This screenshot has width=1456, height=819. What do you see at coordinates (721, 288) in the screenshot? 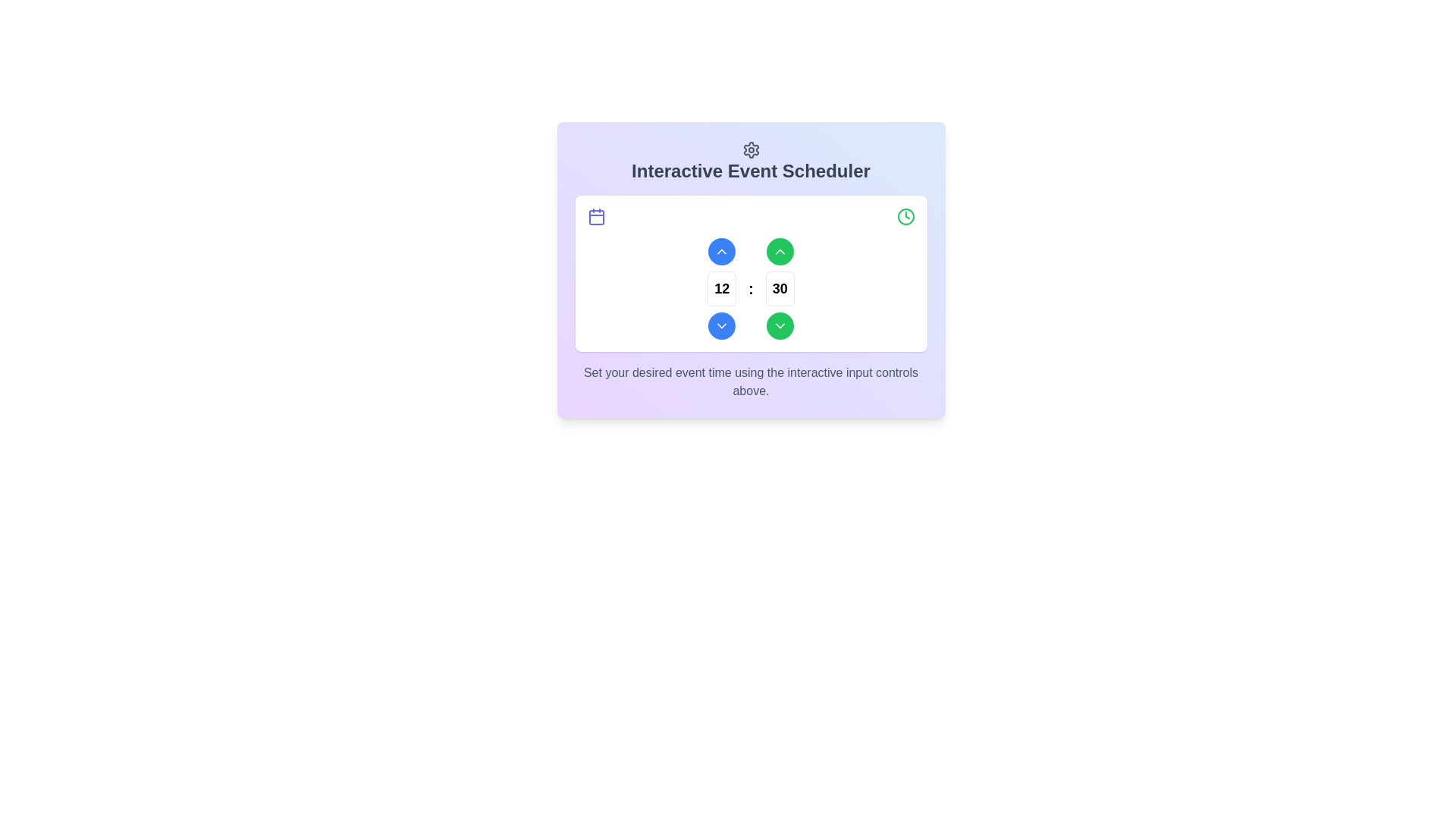
I see `hour value displayed in the time input field, which is centered in the upper half of the clock scheduling interface` at bounding box center [721, 288].